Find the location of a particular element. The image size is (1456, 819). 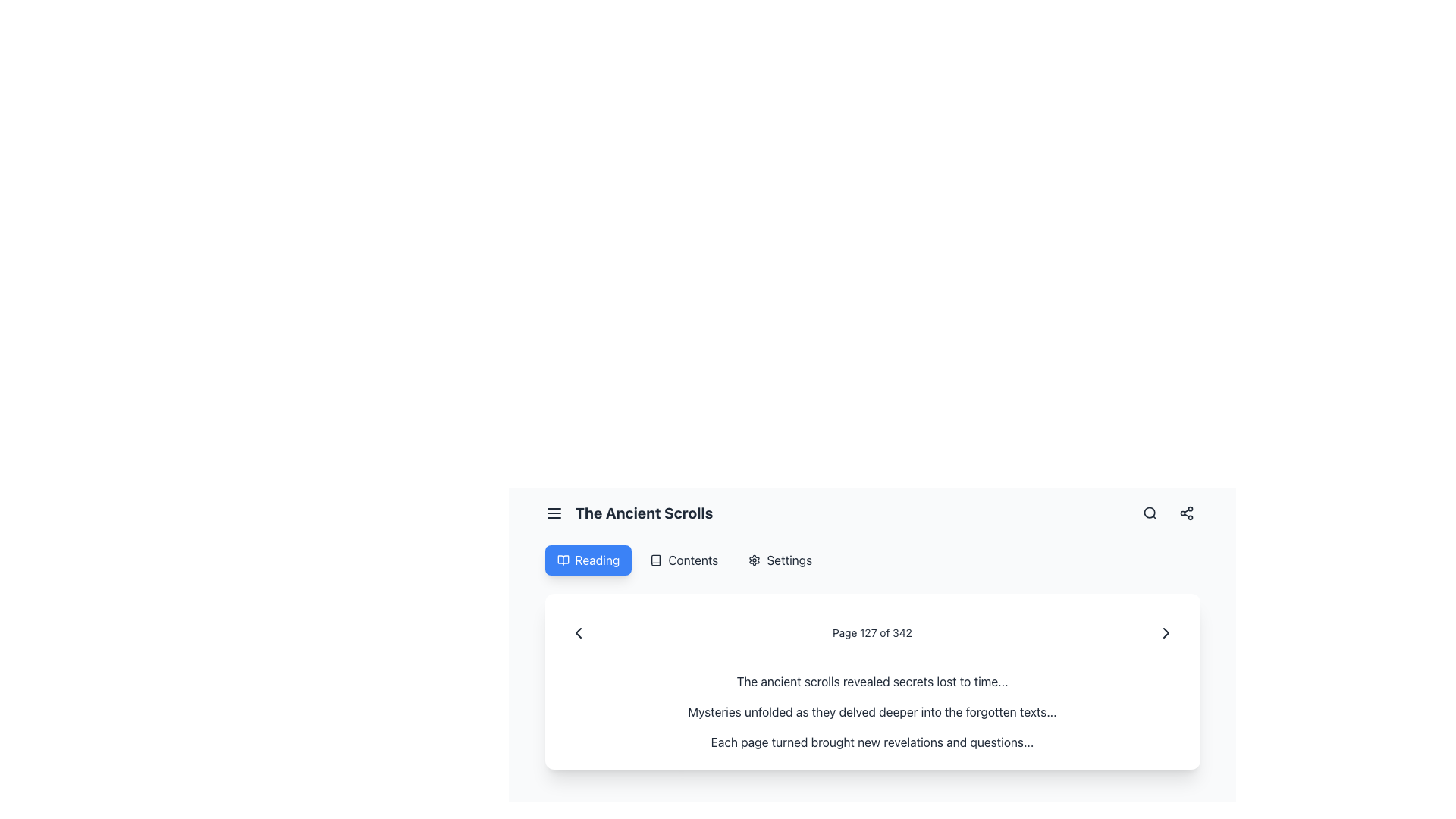

text of the header label located immediately to the right of the menu icon consisting of three horizontal lines is located at coordinates (629, 513).